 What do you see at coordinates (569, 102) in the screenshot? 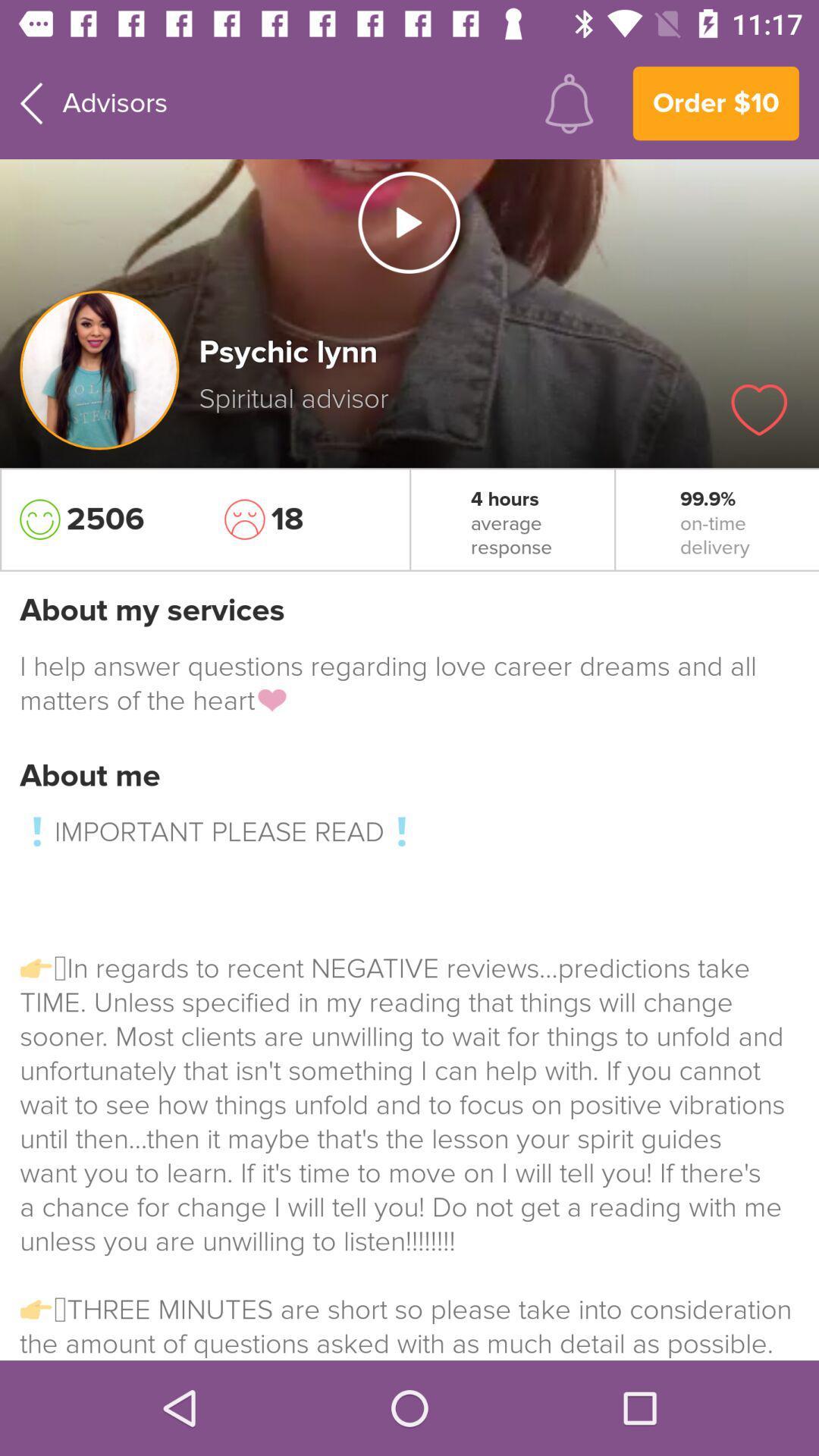
I see `icon to the left of order $10 icon` at bounding box center [569, 102].